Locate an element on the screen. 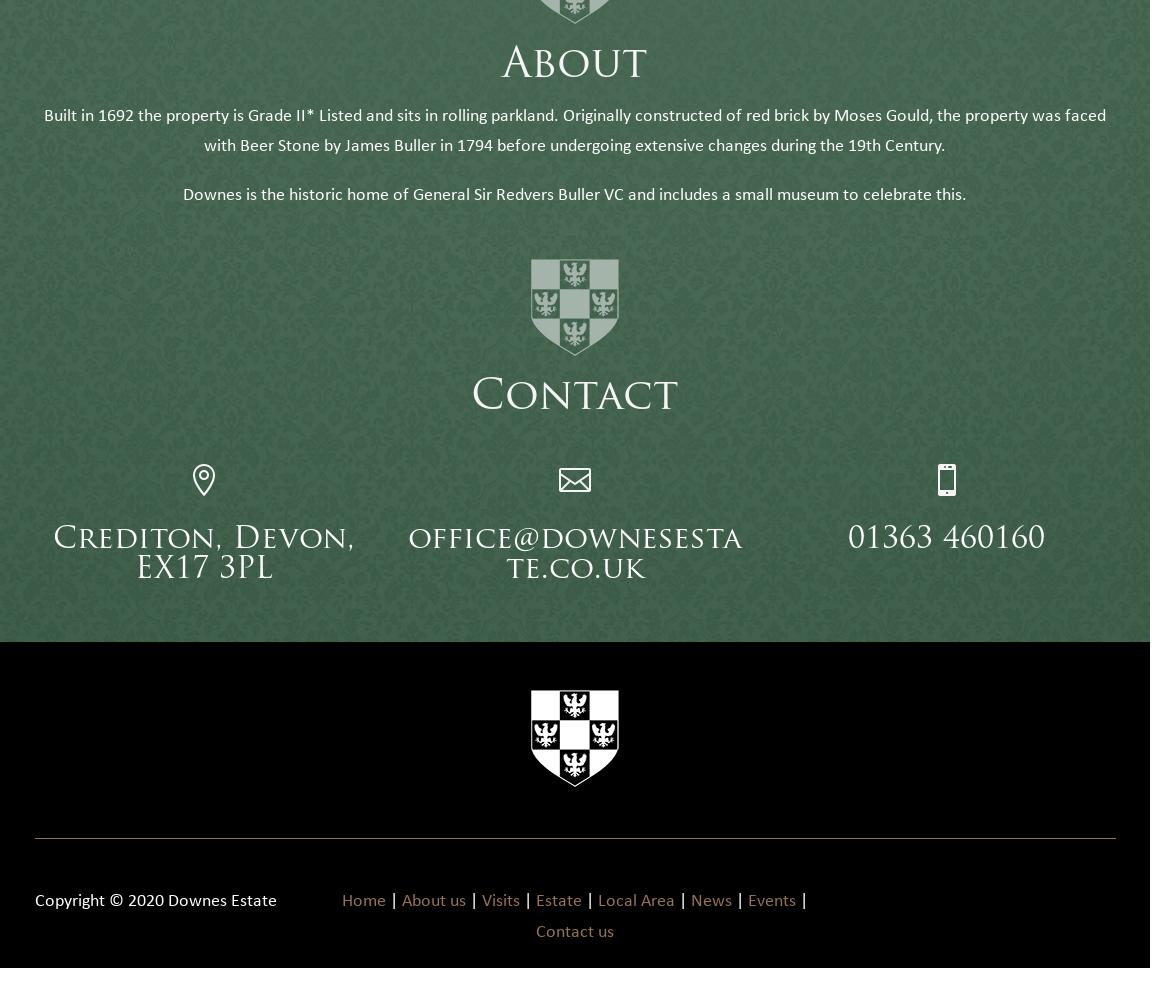 The image size is (1170, 998). 'Built in 1692 the property is Grade II* Listed and sits in rolling parkland. Originally constructed of red brick by Moses Gould, the property was faced with Beer Stone by James Buller in 1794 before undergoing extensive changes during the 19th Century.' is located at coordinates (574, 159).